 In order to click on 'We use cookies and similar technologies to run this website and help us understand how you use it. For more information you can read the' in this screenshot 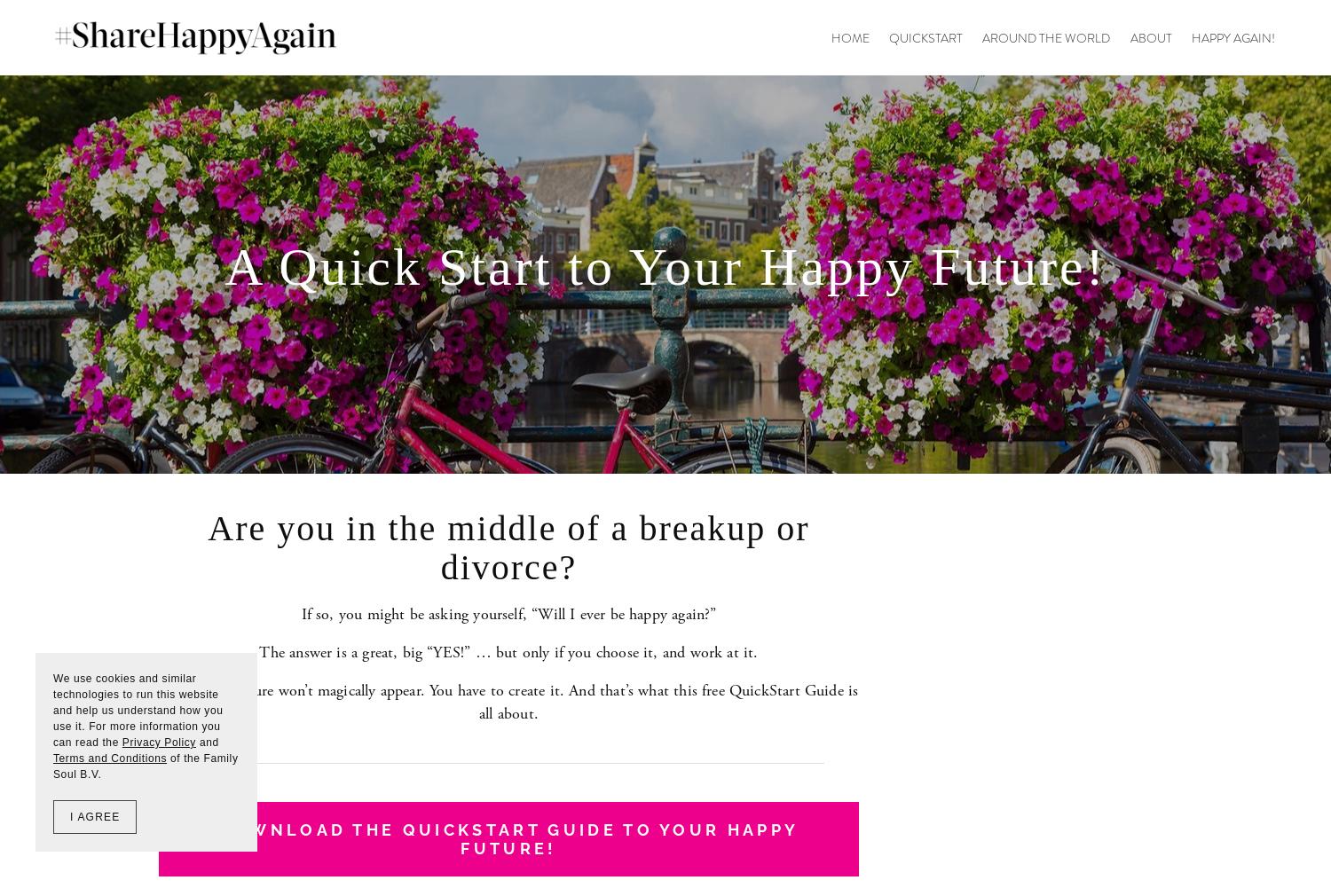, I will do `click(139, 711)`.